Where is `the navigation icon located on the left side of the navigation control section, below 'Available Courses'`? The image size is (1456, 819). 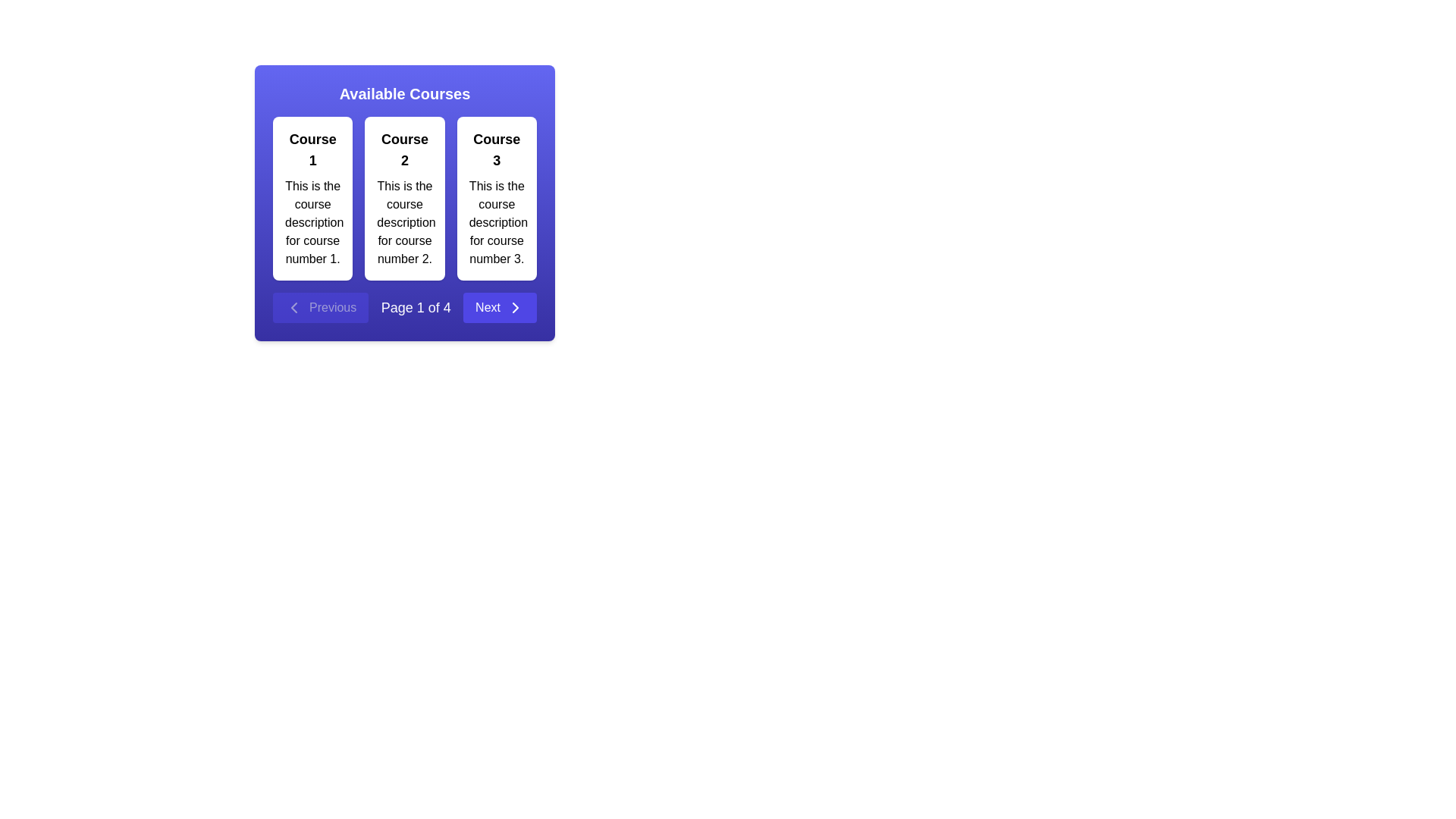
the navigation icon located on the left side of the navigation control section, below 'Available Courses' is located at coordinates (294, 307).